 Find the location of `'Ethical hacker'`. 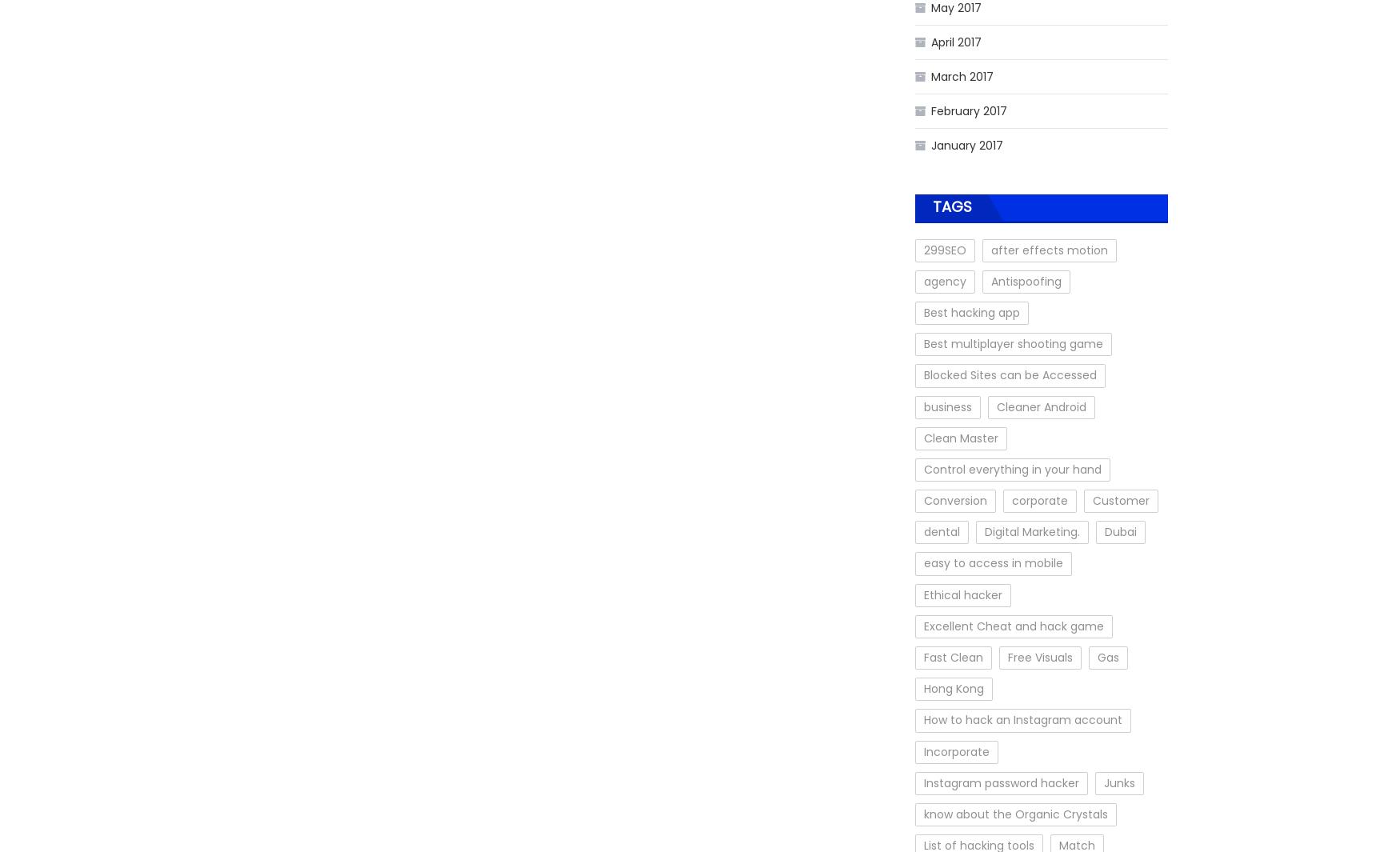

'Ethical hacker' is located at coordinates (923, 594).